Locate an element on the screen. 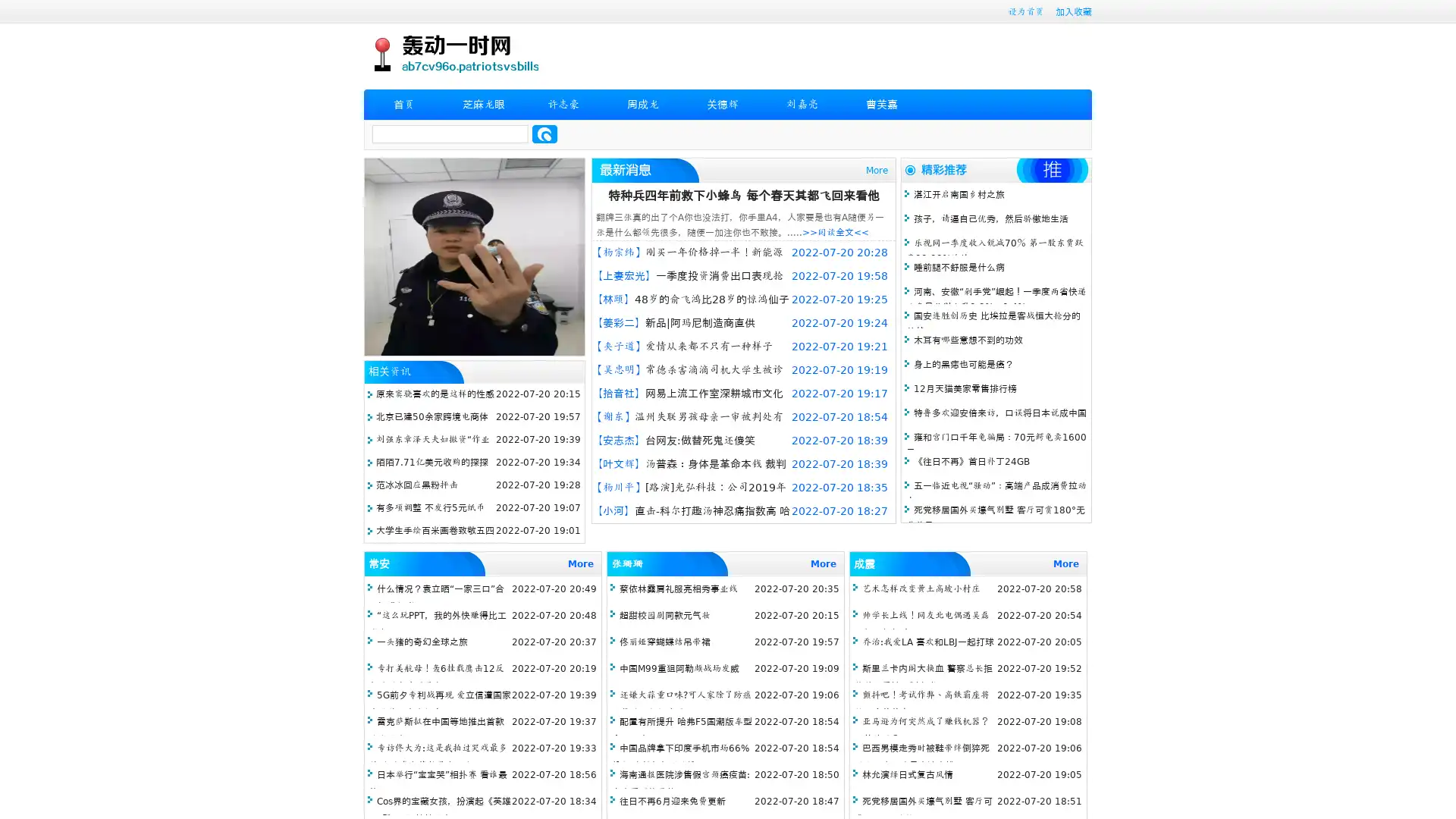 The image size is (1456, 819). Search is located at coordinates (544, 133).